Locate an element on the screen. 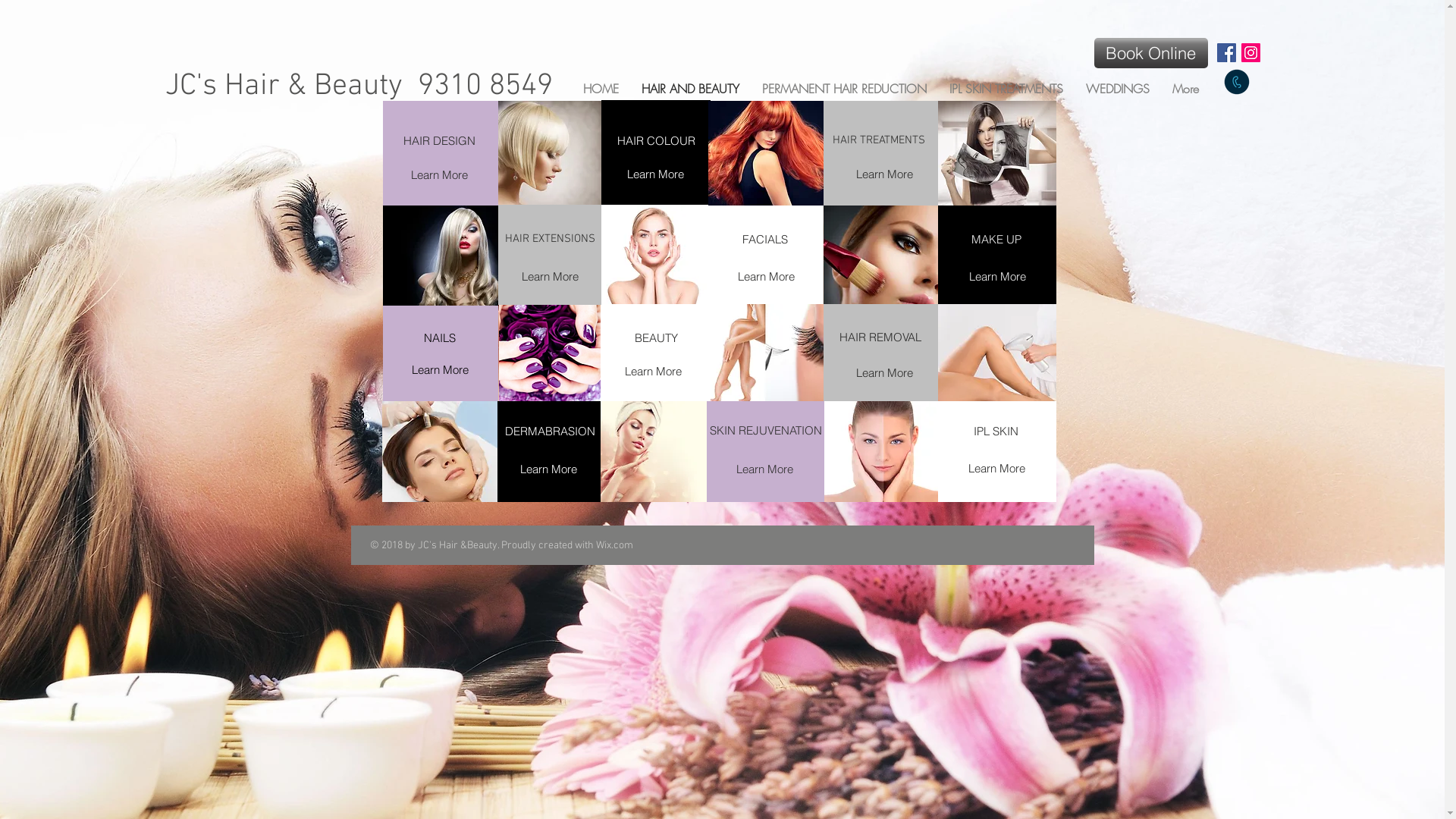 The image size is (1456, 819). 'Learn More' is located at coordinates (549, 276).